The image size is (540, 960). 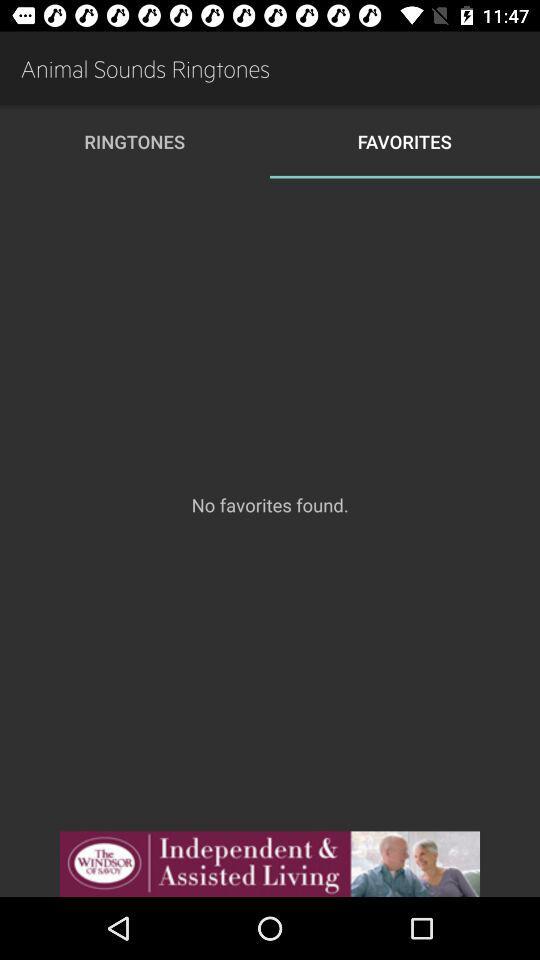 What do you see at coordinates (270, 863) in the screenshot?
I see `remove the adds` at bounding box center [270, 863].